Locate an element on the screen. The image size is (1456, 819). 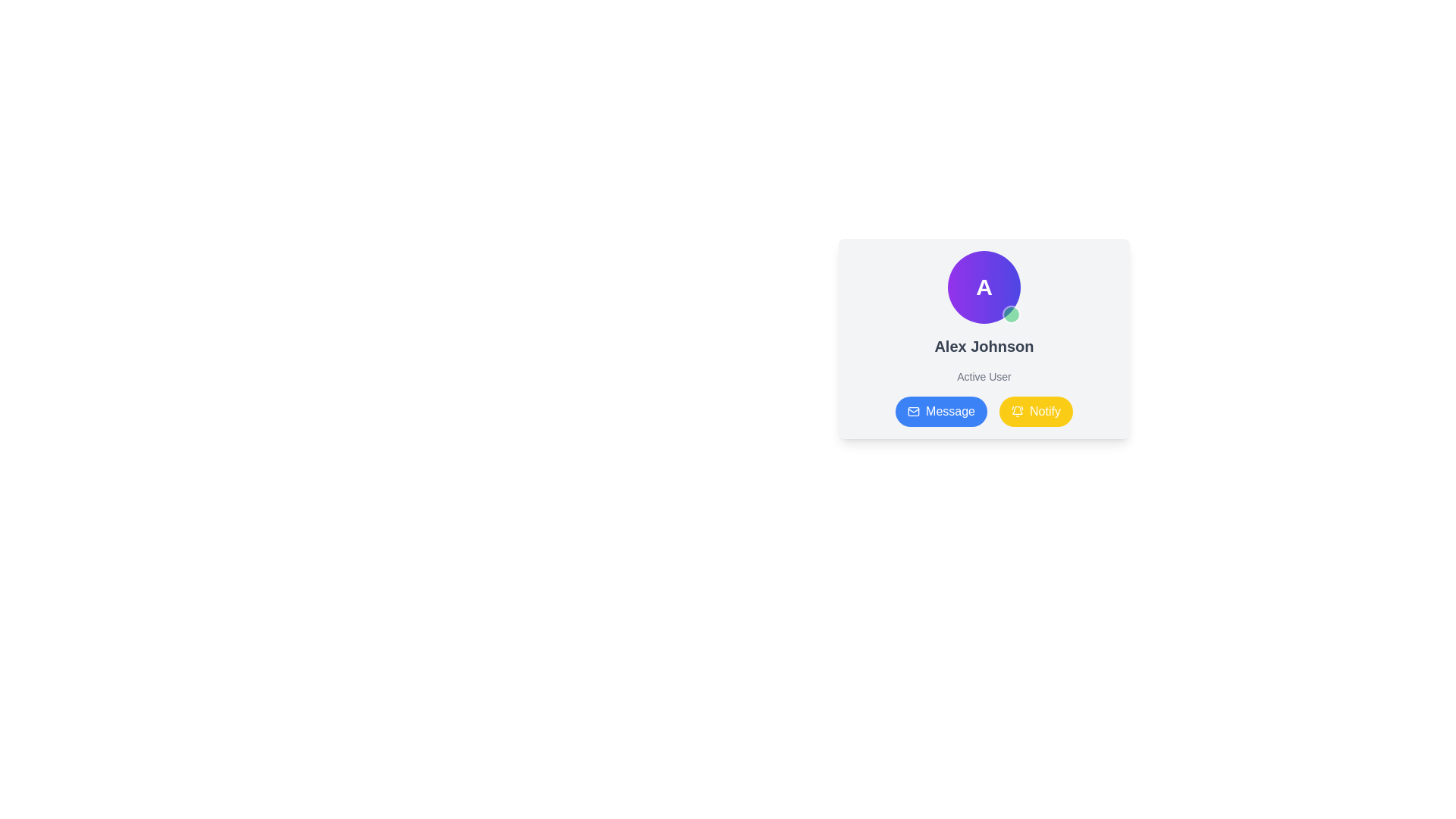
the text label displaying 'Active User' which is styled in muted gray and positioned below the name 'Alex Johnson' on the user profile card is located at coordinates (984, 376).